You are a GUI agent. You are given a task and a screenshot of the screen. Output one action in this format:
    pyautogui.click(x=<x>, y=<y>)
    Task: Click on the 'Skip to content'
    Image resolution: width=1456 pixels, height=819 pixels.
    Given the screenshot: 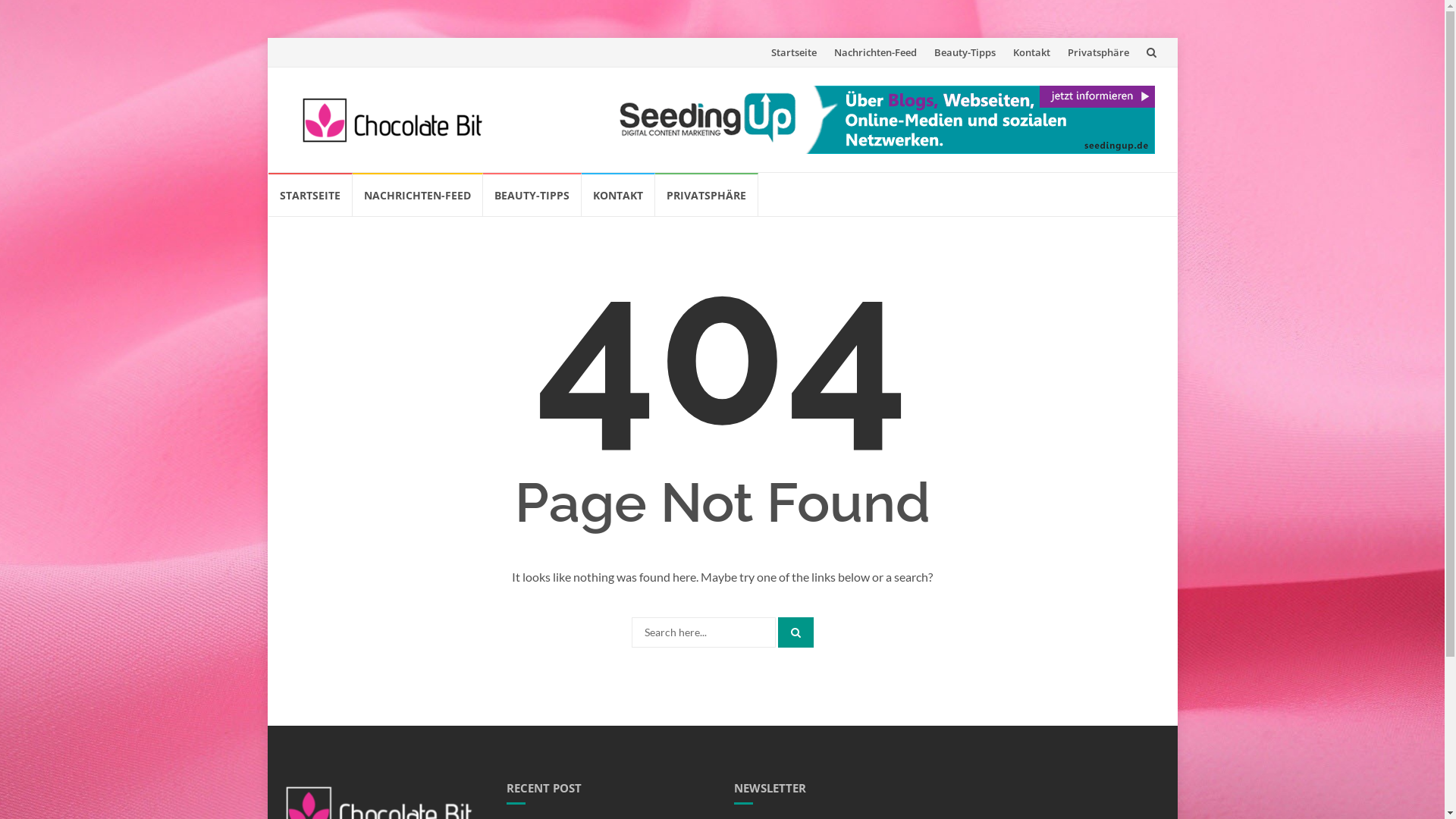 What is the action you would take?
    pyautogui.click(x=266, y=171)
    